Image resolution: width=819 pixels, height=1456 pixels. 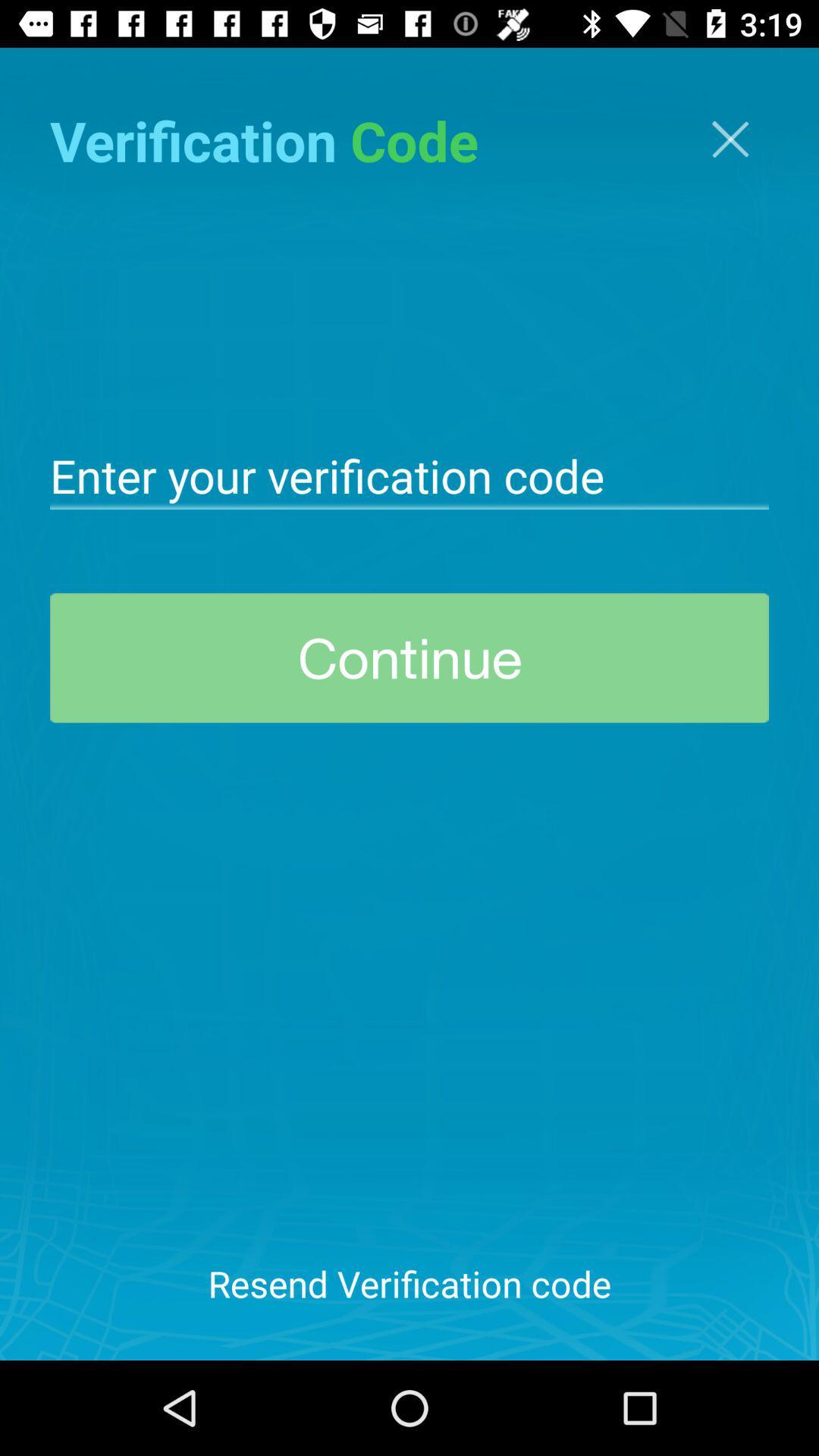 What do you see at coordinates (409, 657) in the screenshot?
I see `the continue at the center` at bounding box center [409, 657].